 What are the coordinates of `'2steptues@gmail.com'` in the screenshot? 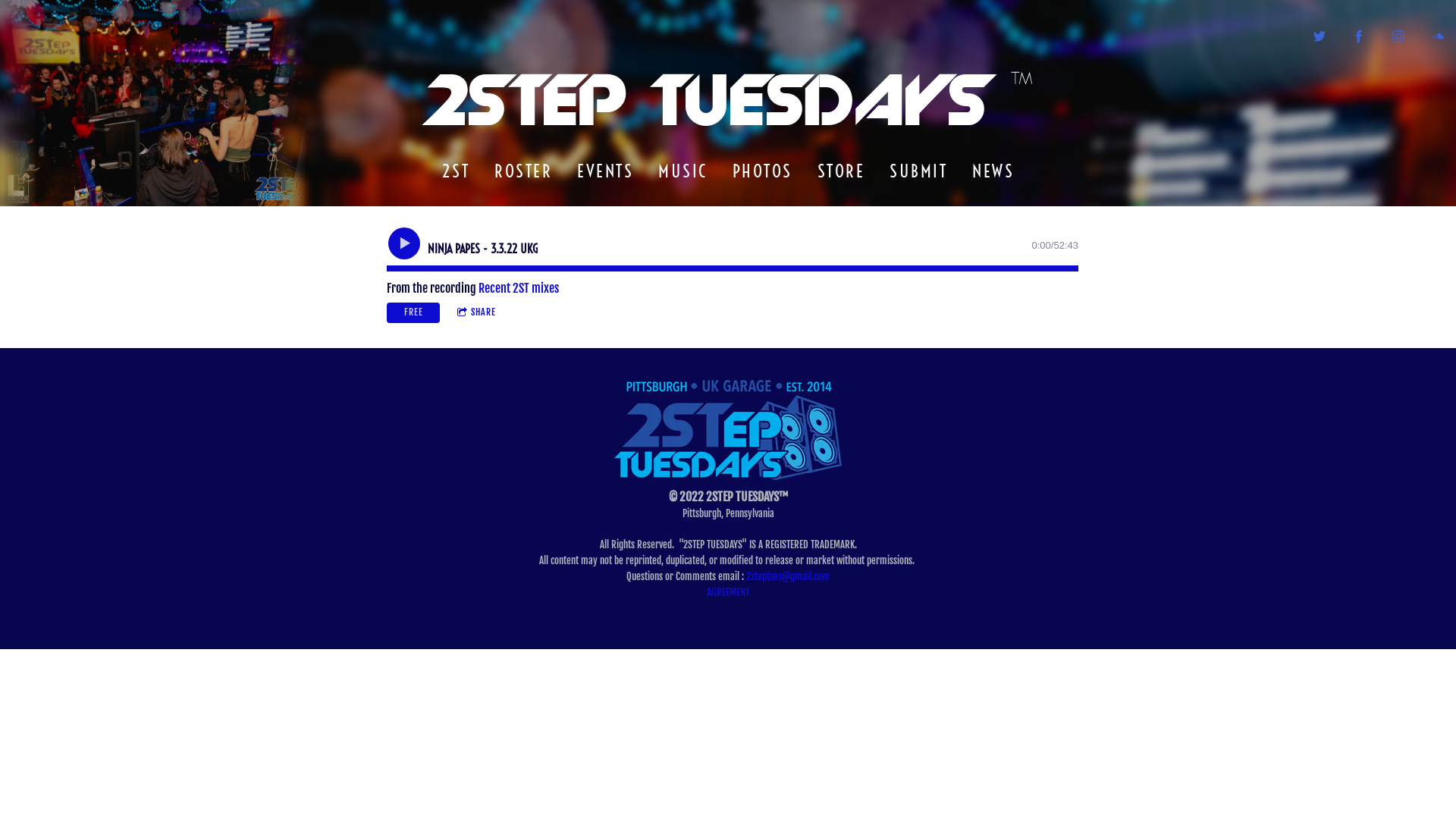 It's located at (787, 576).